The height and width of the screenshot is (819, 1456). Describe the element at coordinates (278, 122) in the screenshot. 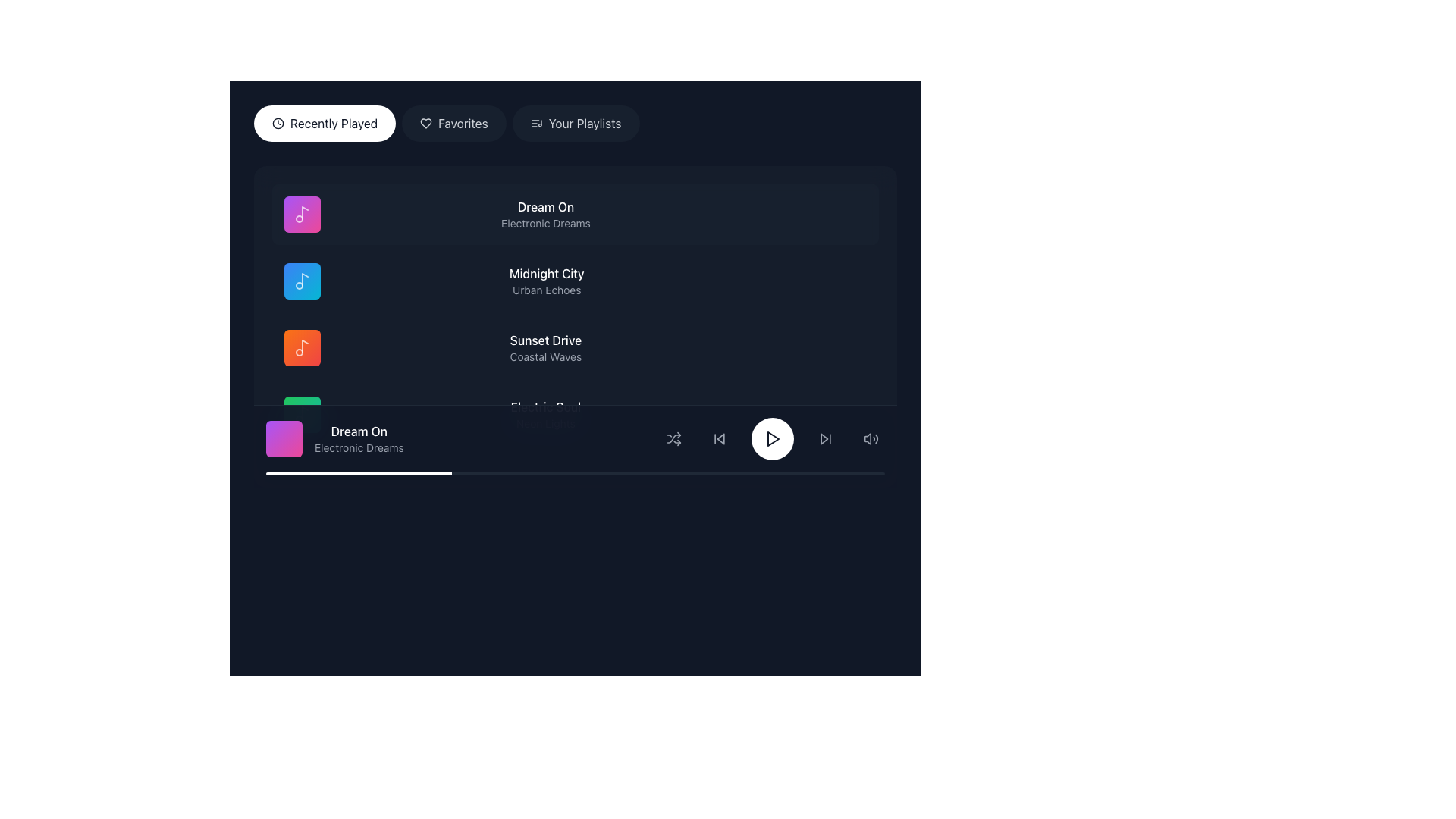

I see `the circular outline of the clock icon, which is part of an SVG graphic located near the top-left region of the interface` at that location.